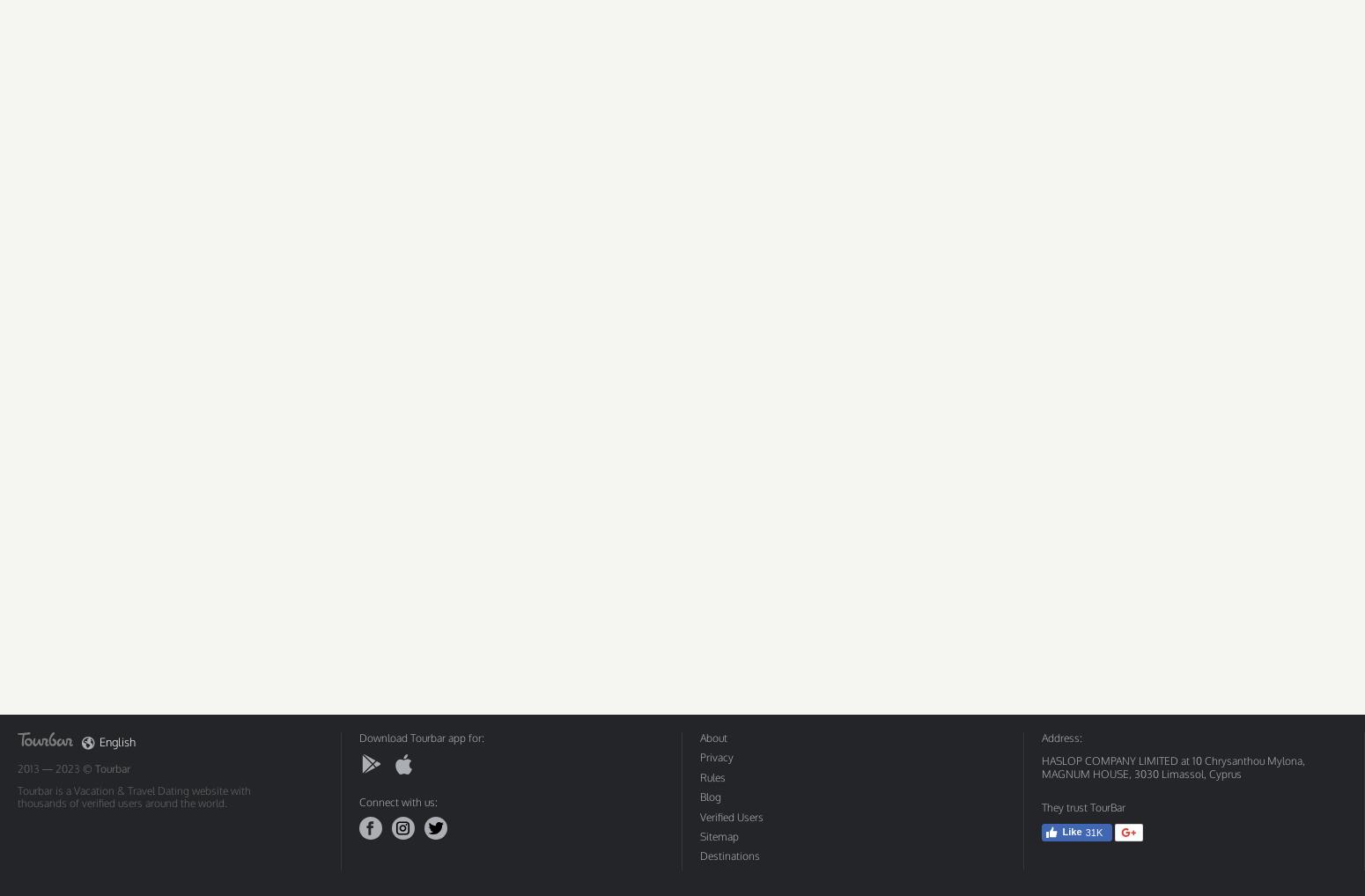  Describe the element at coordinates (698, 756) in the screenshot. I see `'Privacy'` at that location.